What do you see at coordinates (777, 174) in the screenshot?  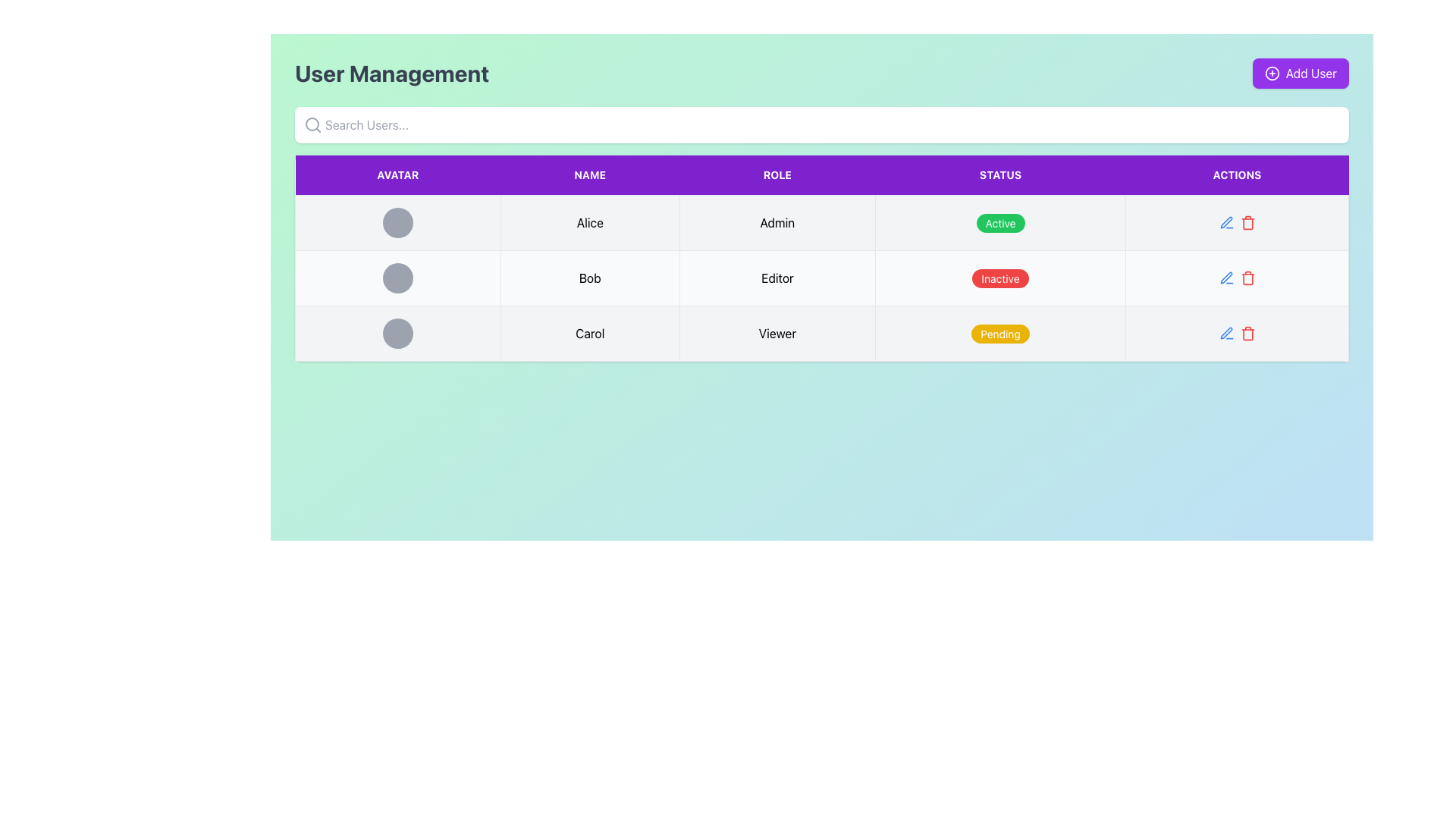 I see `the purple rectangular Table Header Cell labeled 'ROLE', which is the third cell in the header row of the table` at bounding box center [777, 174].